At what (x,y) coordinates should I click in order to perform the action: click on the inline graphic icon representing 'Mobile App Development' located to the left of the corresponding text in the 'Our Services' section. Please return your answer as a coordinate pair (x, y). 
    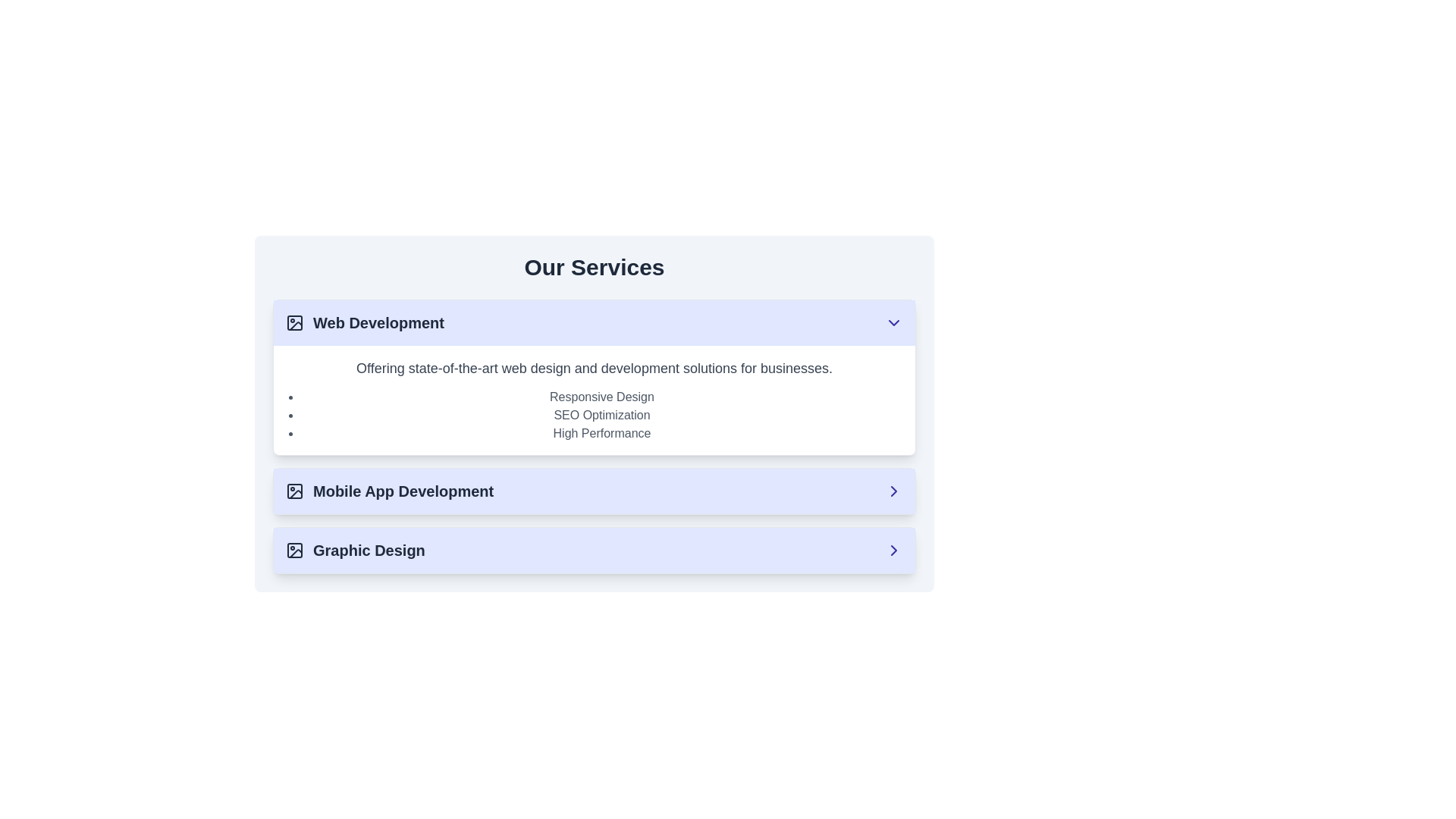
    Looking at the image, I should click on (294, 491).